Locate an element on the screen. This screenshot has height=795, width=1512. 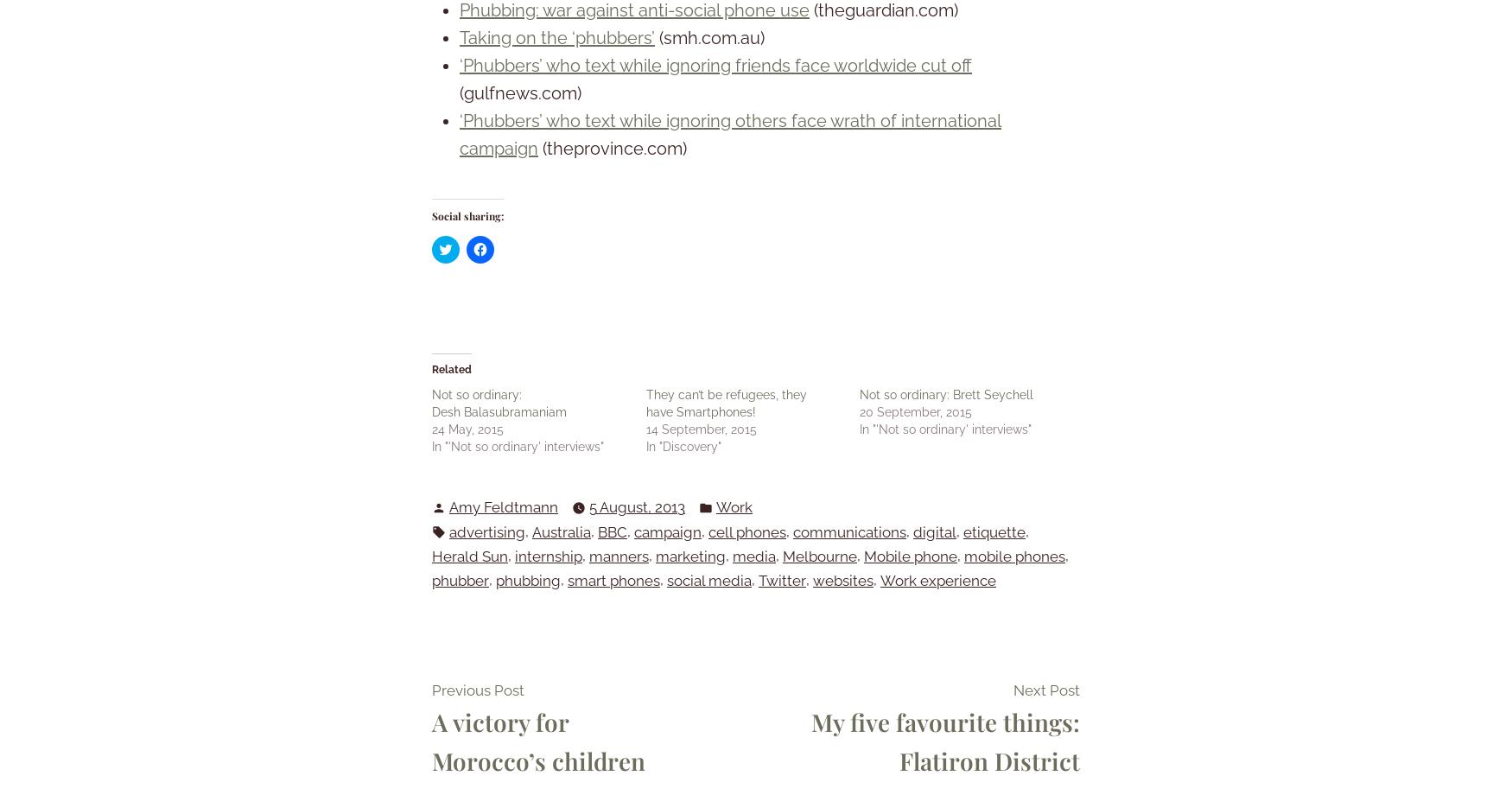
'(smh.com.au)' is located at coordinates (709, 37).